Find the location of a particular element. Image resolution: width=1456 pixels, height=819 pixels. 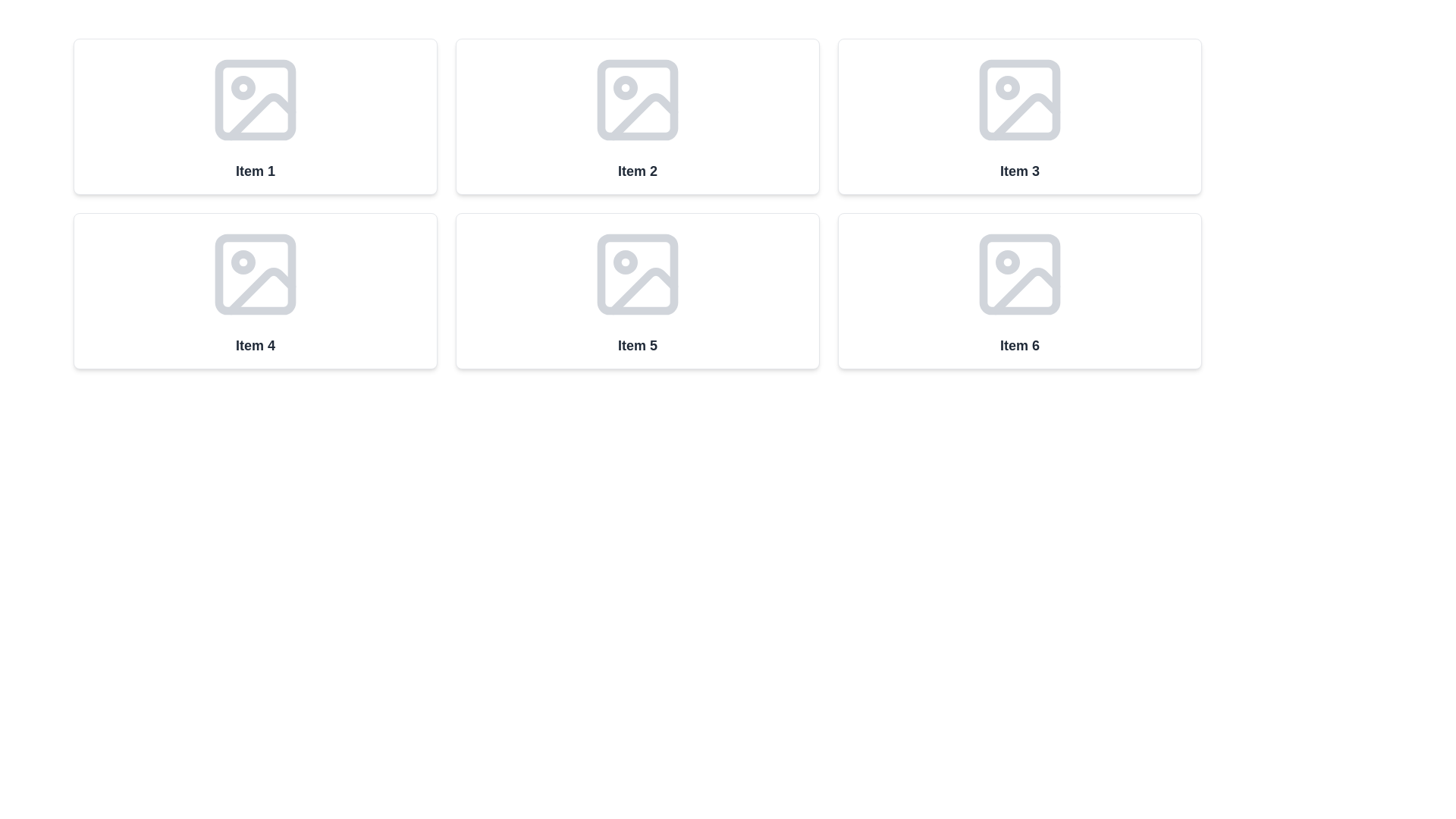

the 'Item 5' text label, which is displayed in a large, bold font and is located below an image icon in a card layout, specifically in the second row and third column of a two-row grid view is located at coordinates (637, 345).